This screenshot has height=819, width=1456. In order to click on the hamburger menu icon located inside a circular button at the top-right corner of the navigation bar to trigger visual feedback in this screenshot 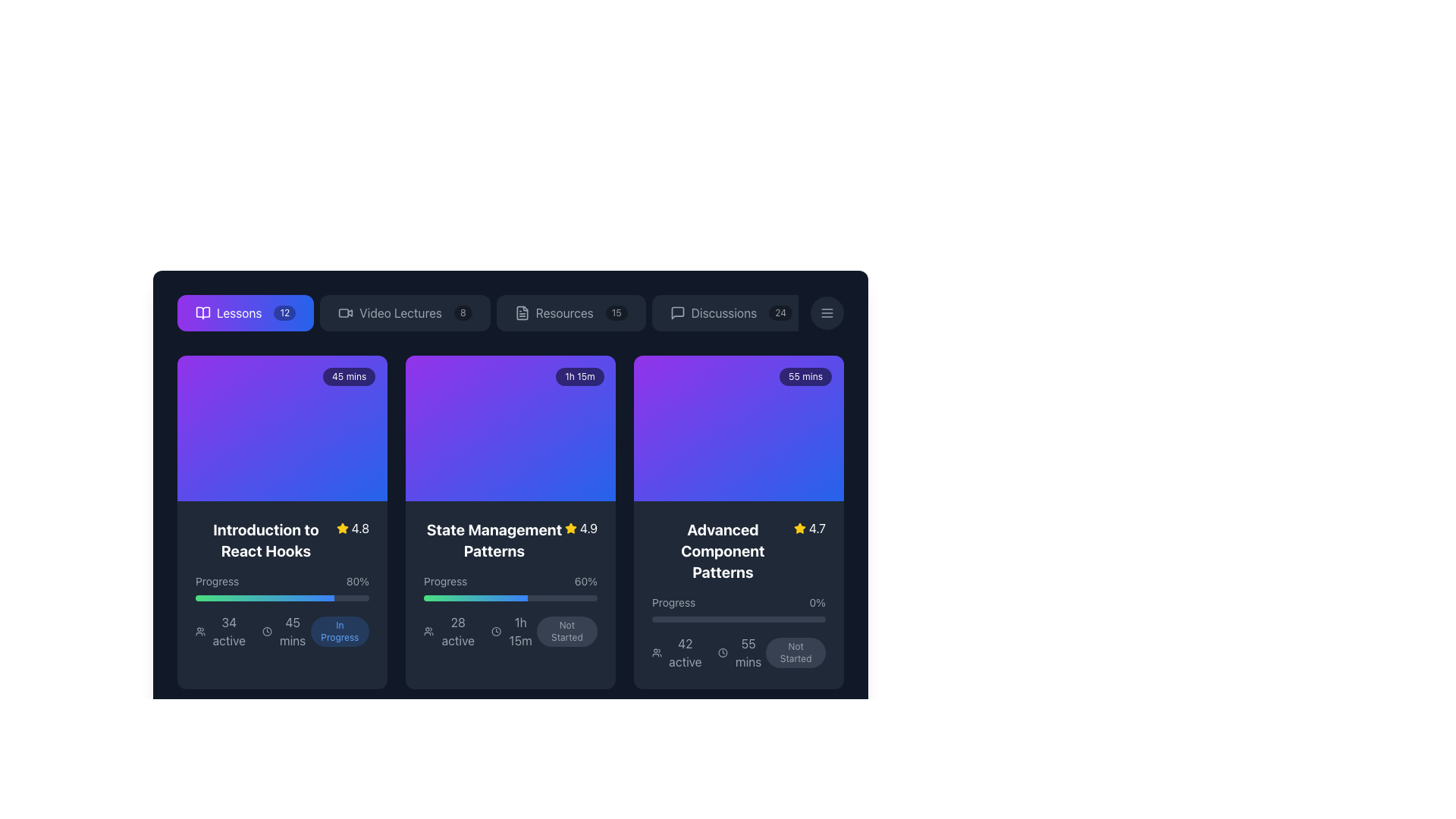, I will do `click(826, 312)`.